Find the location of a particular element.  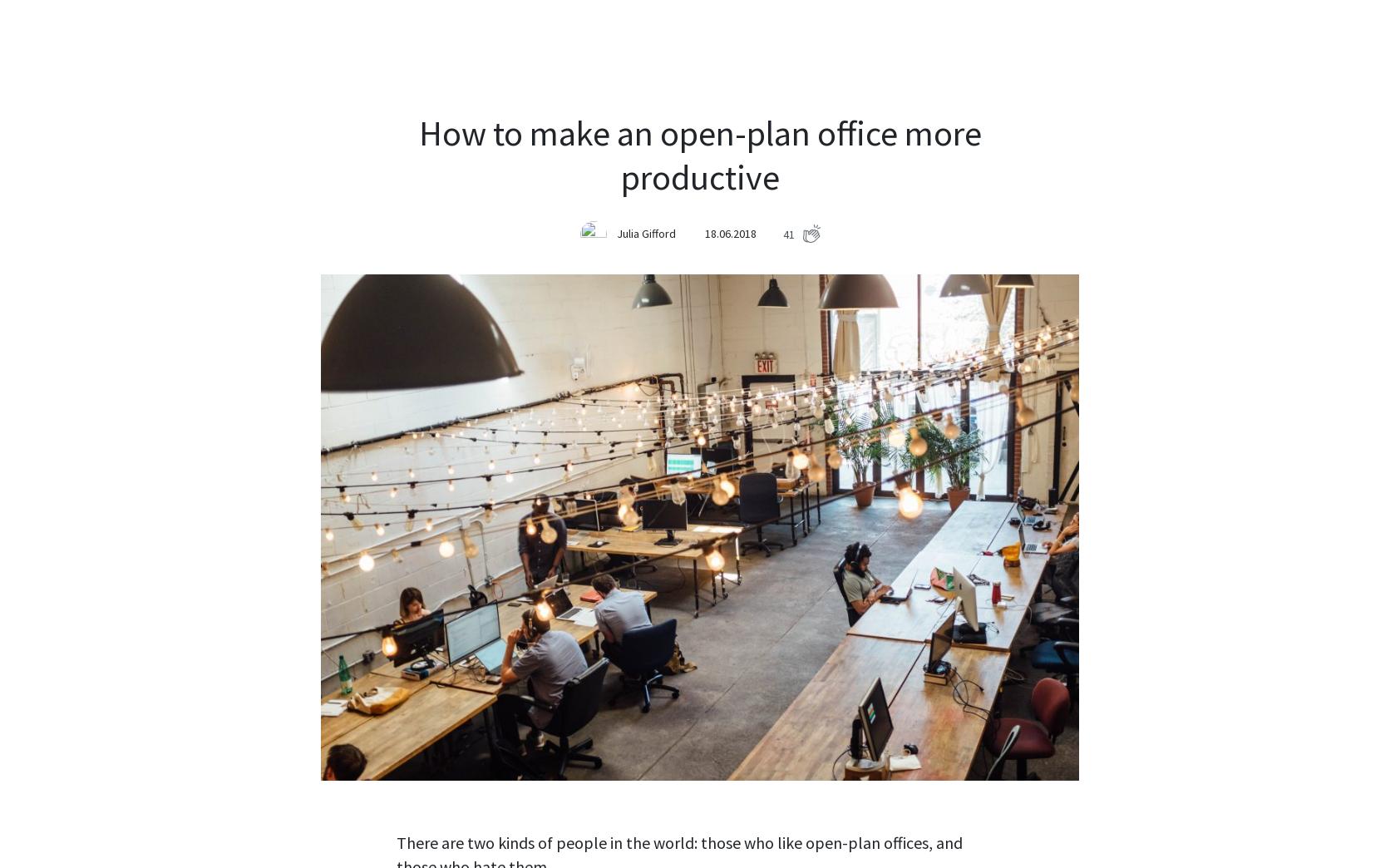

'Do you have your own tactic how to deal with distractions? Let us know in the comments below!' is located at coordinates (698, 614).